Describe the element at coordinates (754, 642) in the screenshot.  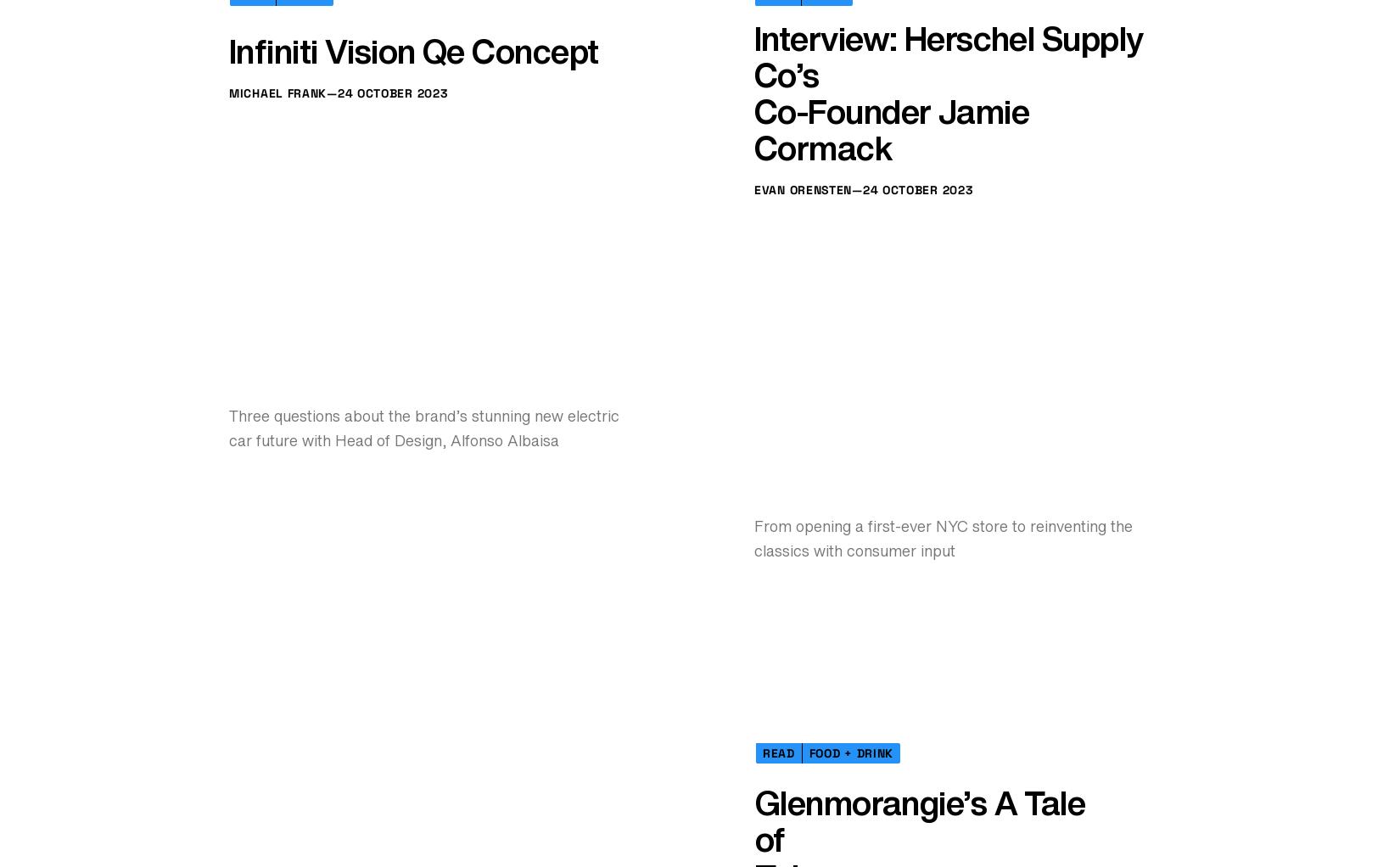
I see `'Co-Founder Jamie Cormack'` at that location.